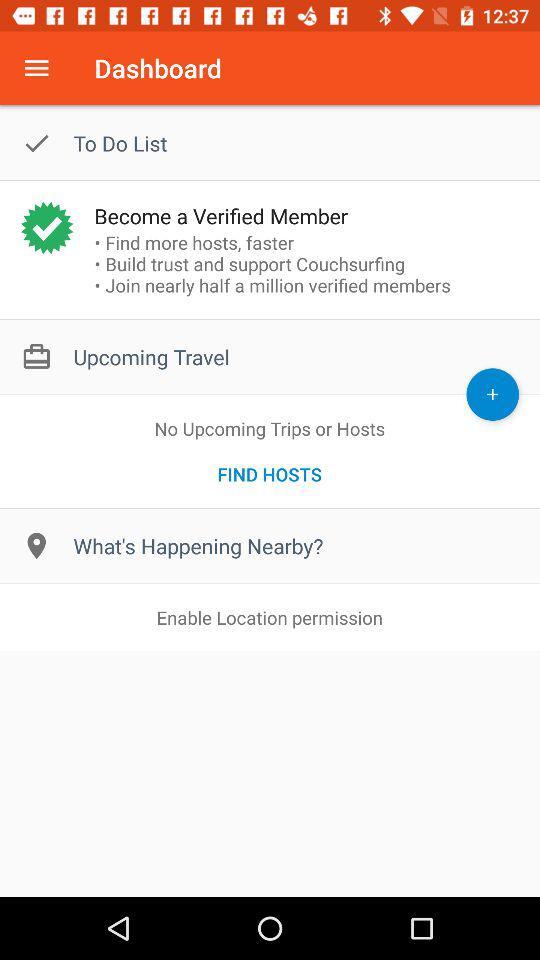 Image resolution: width=540 pixels, height=960 pixels. I want to click on the add icon, so click(491, 393).